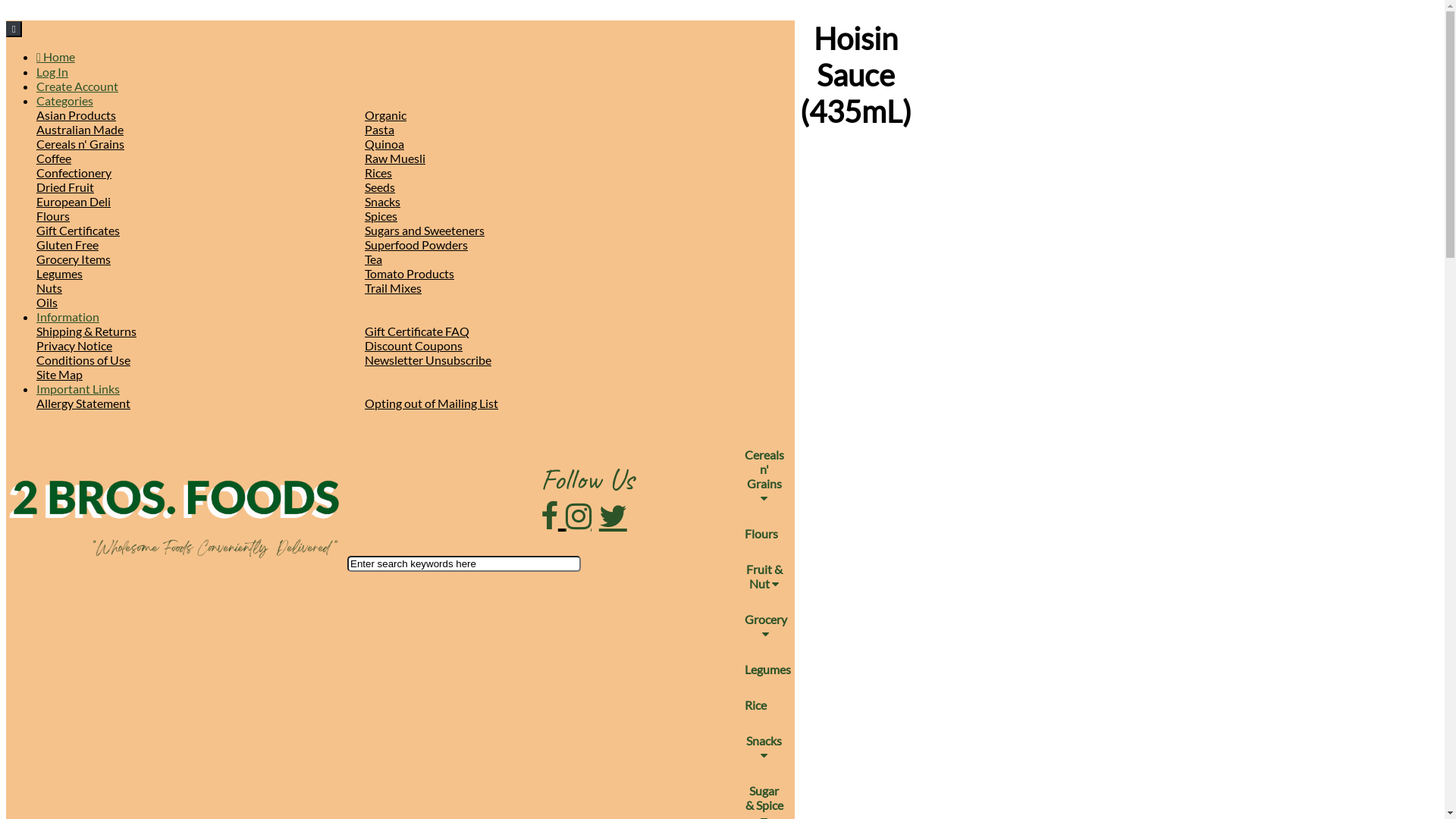  What do you see at coordinates (416, 243) in the screenshot?
I see `'Superfood Powders'` at bounding box center [416, 243].